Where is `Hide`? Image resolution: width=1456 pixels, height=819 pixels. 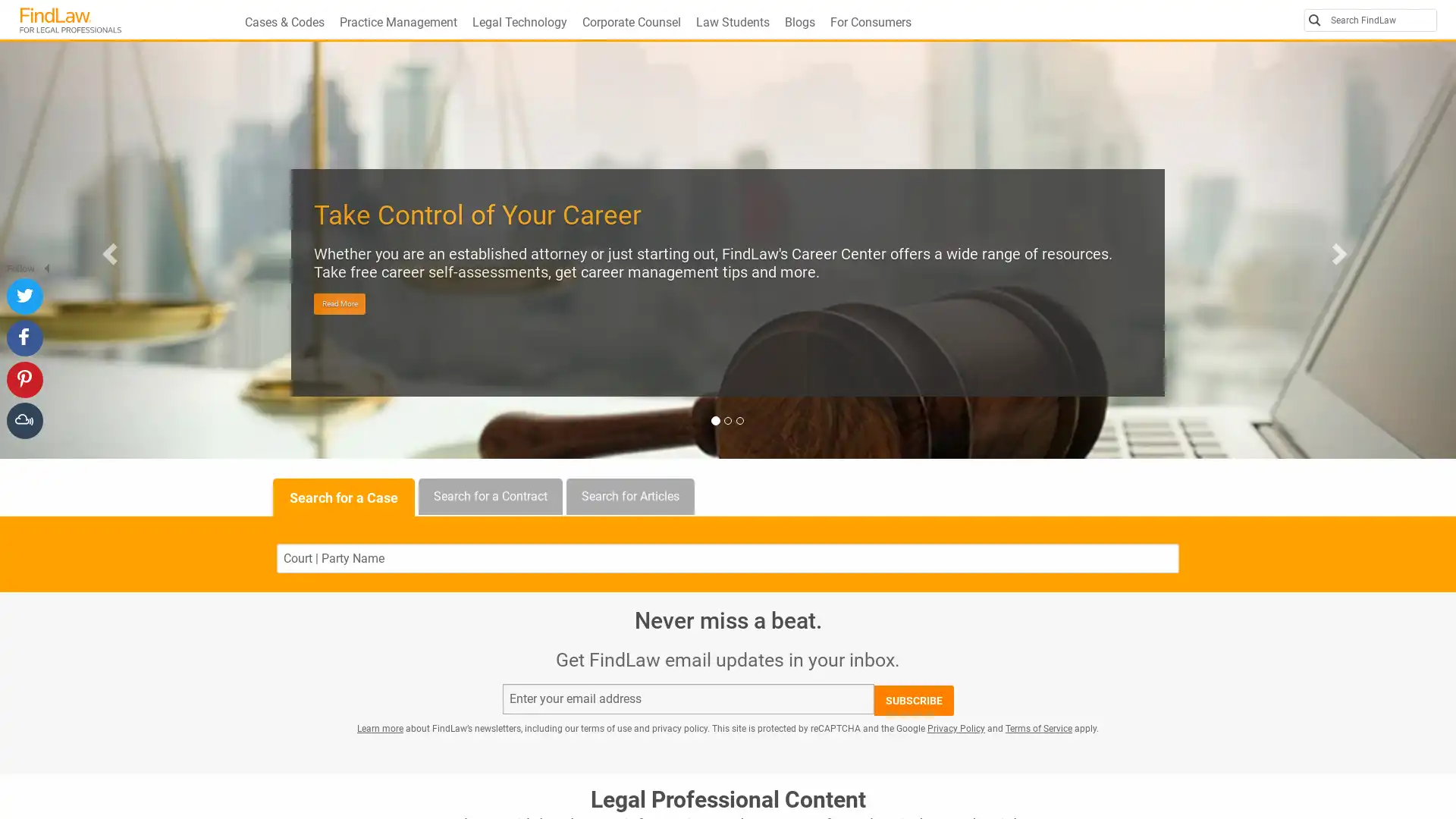
Hide is located at coordinates (47, 268).